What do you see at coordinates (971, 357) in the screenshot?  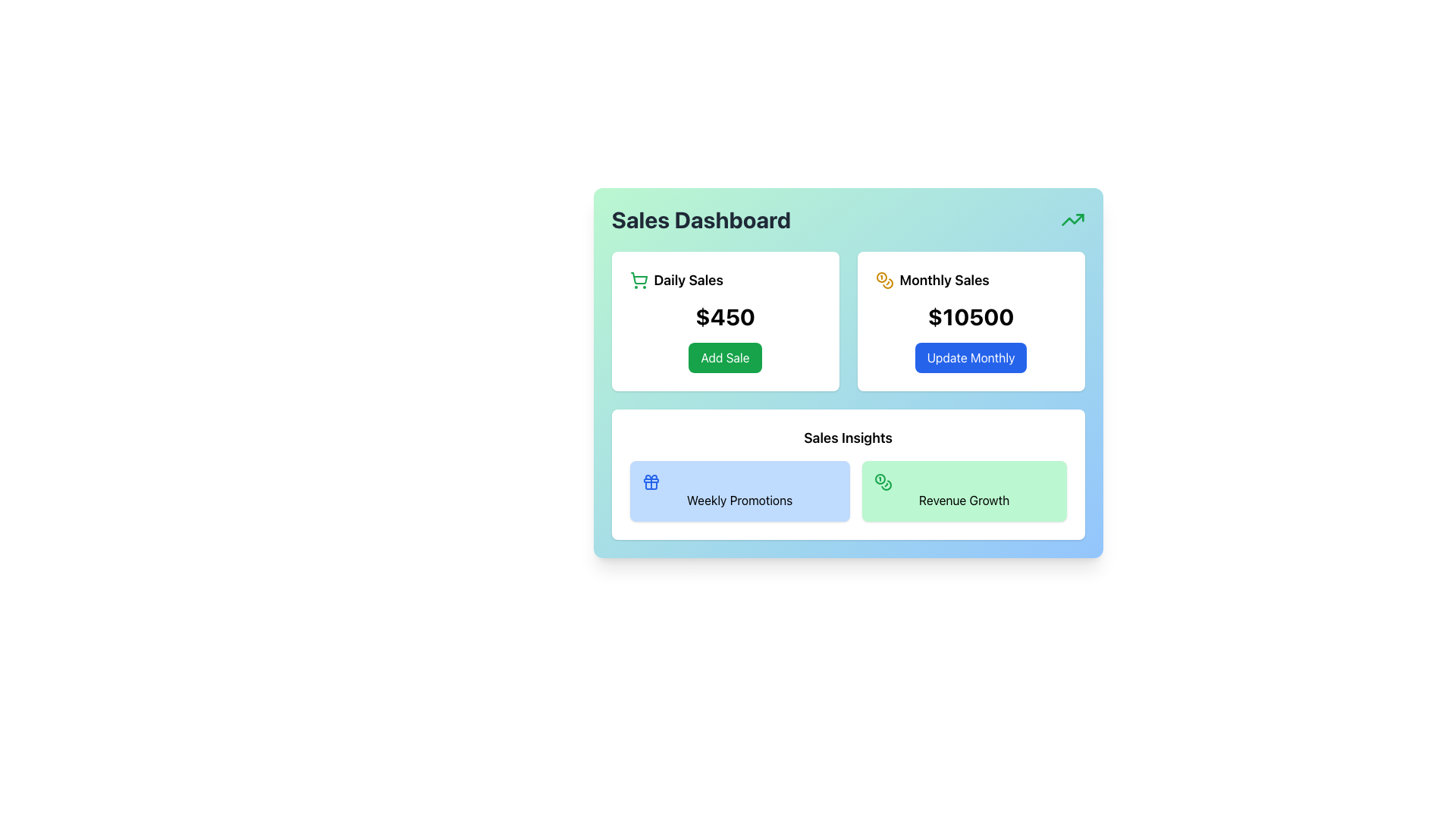 I see `the update button located at the bottom of the 'Monthly Sales' card, which triggers hover effects` at bounding box center [971, 357].